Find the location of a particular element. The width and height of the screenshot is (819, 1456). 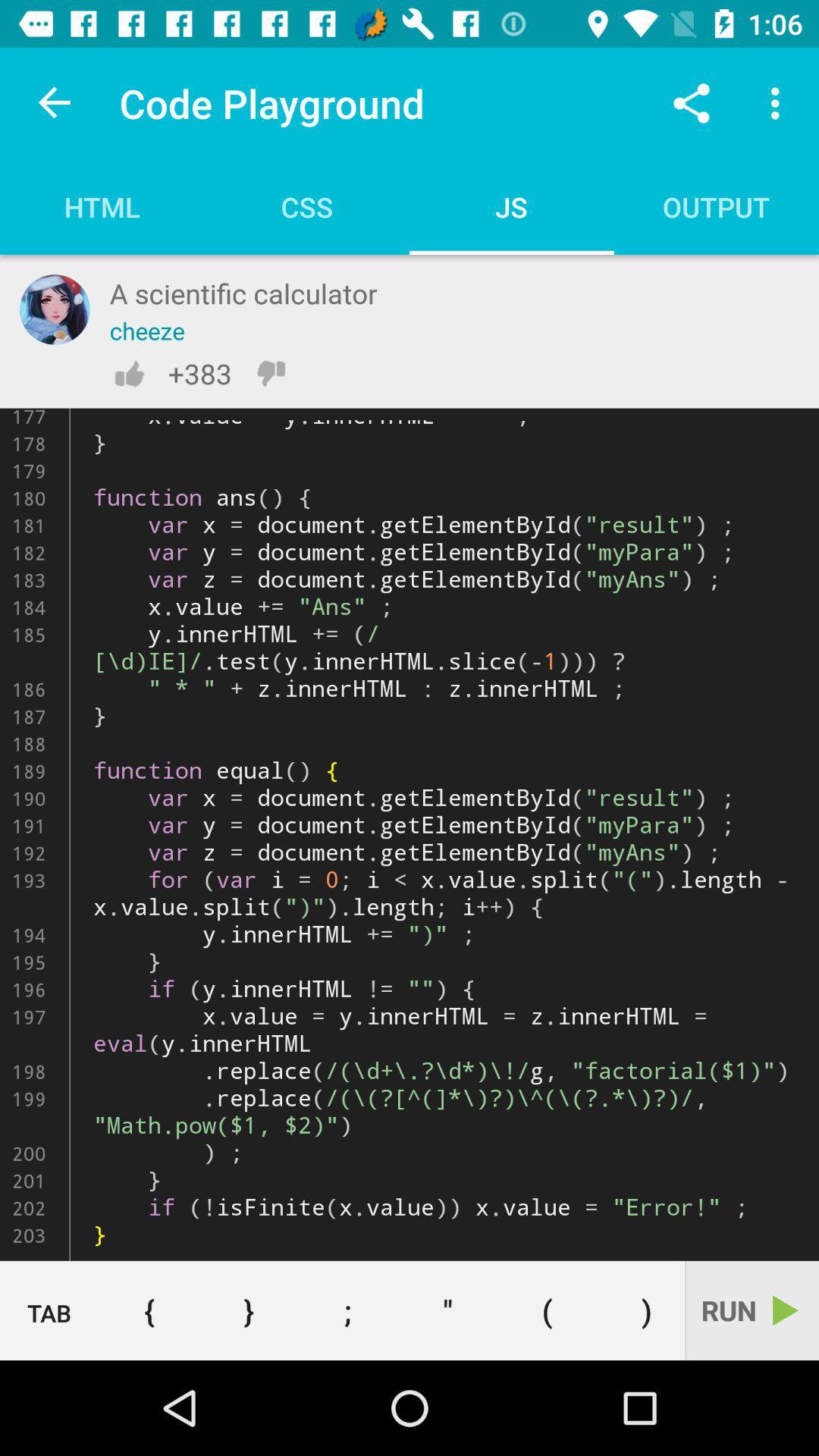

the avatar icon is located at coordinates (54, 309).